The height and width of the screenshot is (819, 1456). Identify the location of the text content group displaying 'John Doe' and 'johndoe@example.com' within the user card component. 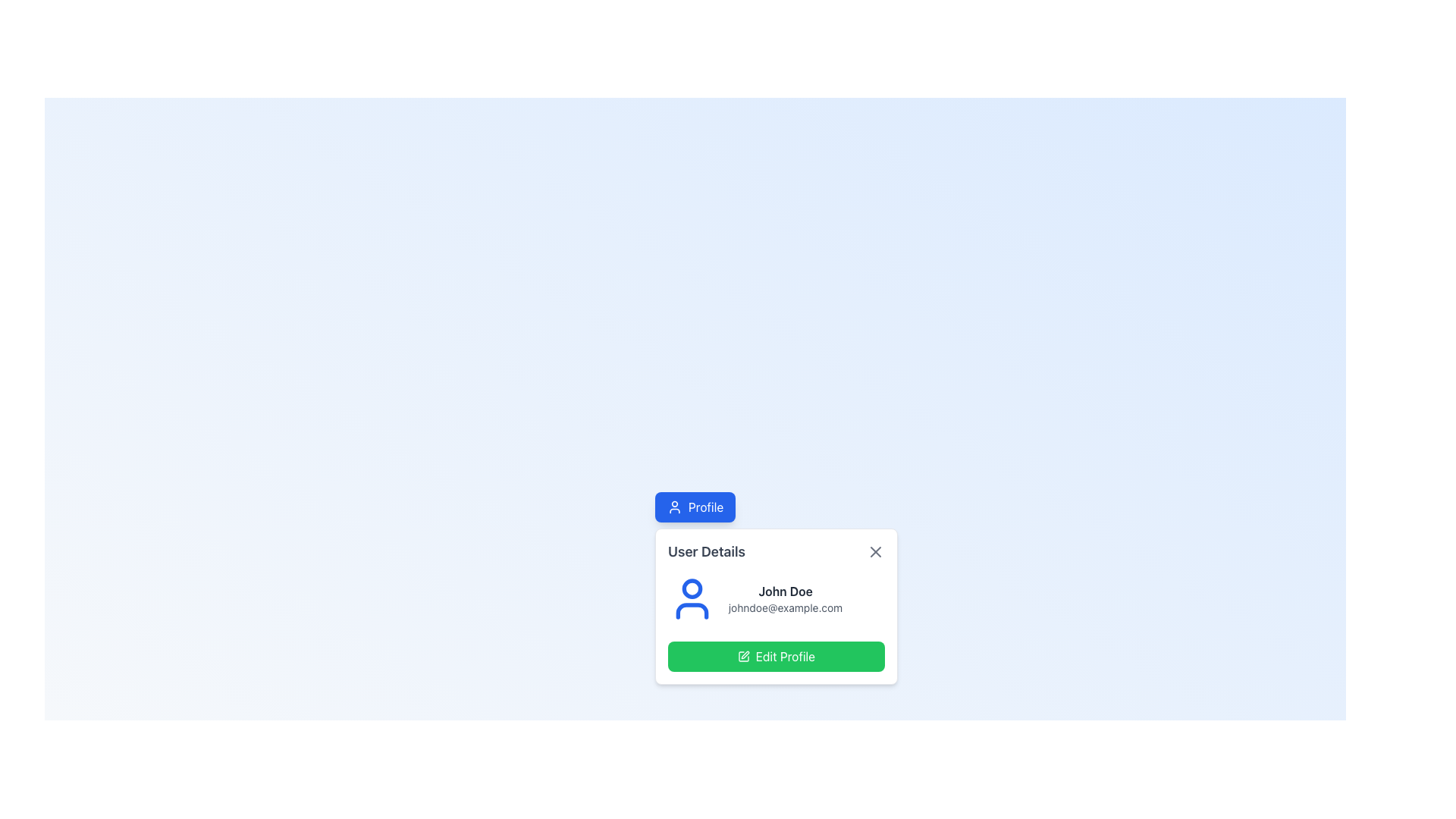
(786, 598).